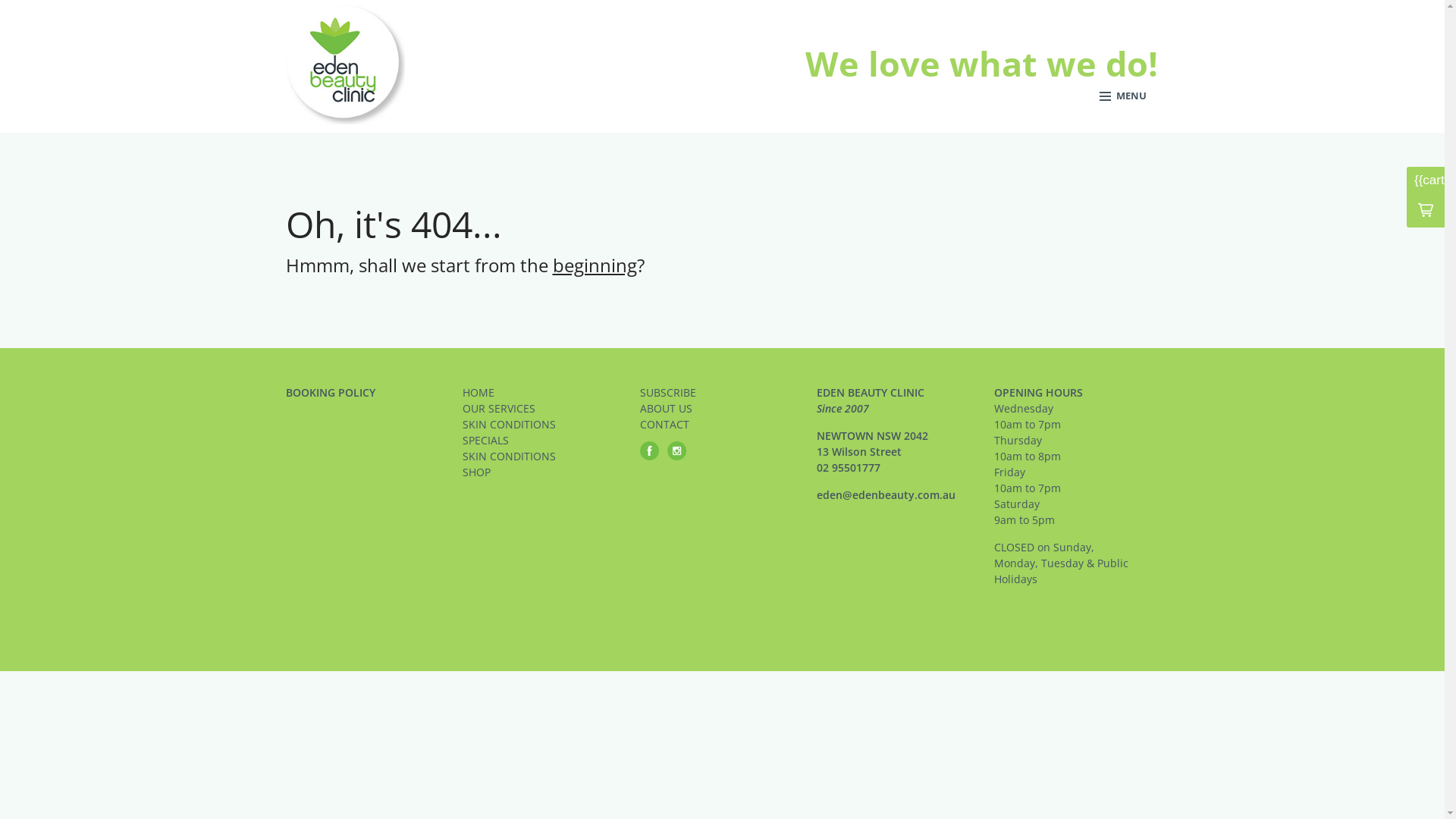  Describe the element at coordinates (545, 407) in the screenshot. I see `'OUR SERVICES'` at that location.